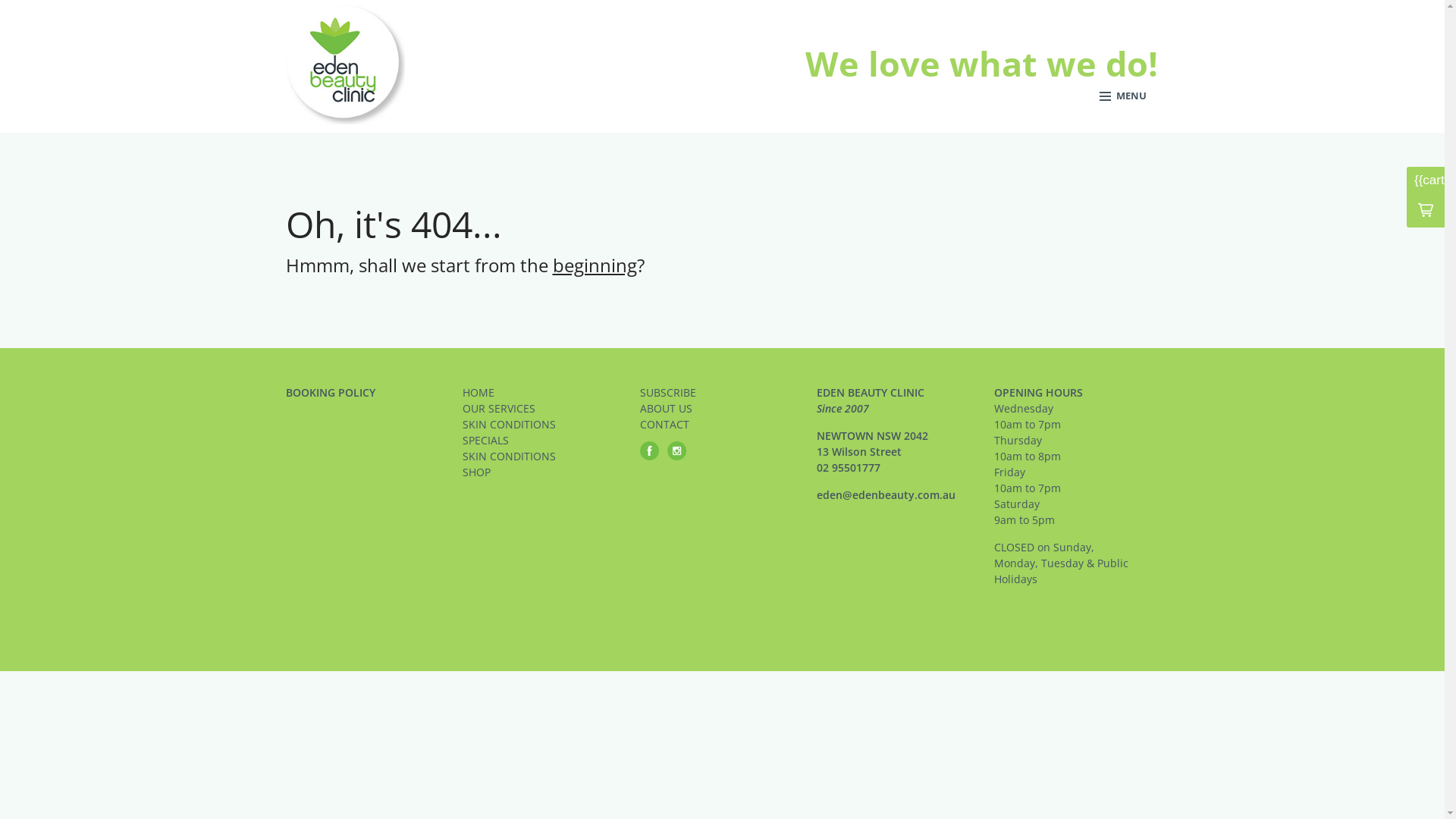  Describe the element at coordinates (545, 407) in the screenshot. I see `'OUR SERVICES'` at that location.